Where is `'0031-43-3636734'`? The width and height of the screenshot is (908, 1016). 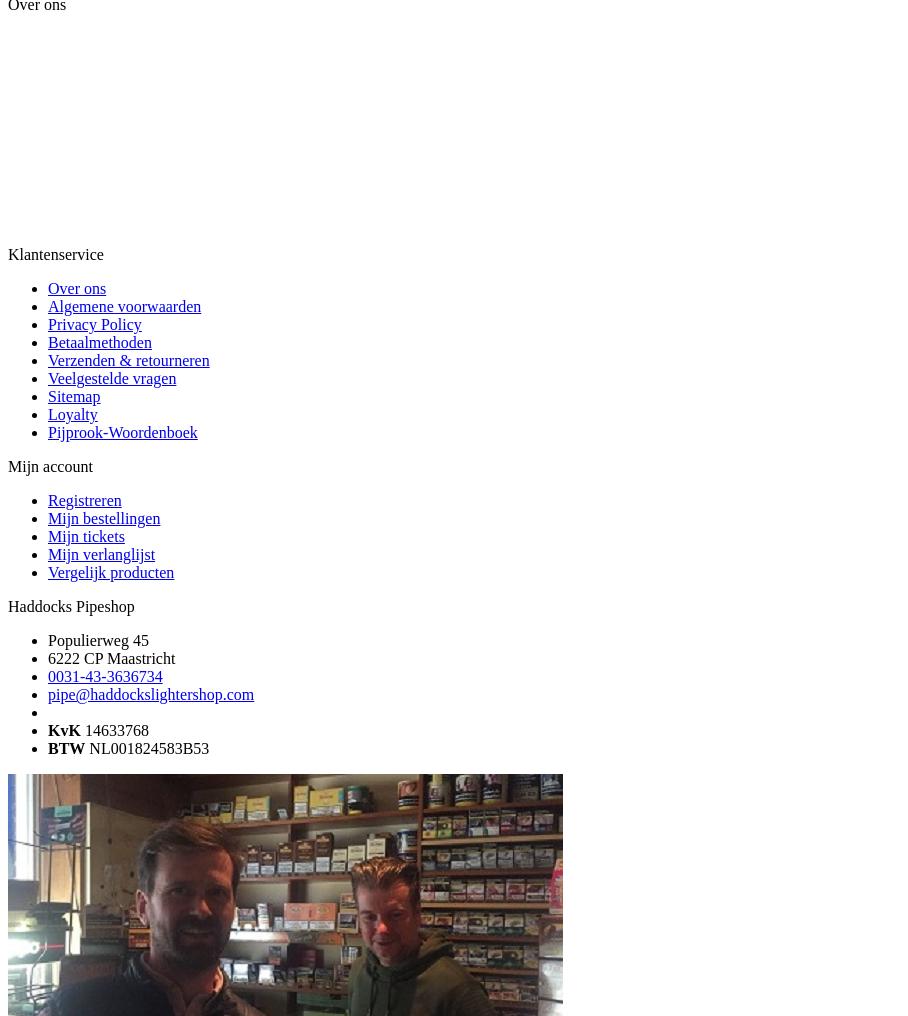 '0031-43-3636734' is located at coordinates (48, 675).